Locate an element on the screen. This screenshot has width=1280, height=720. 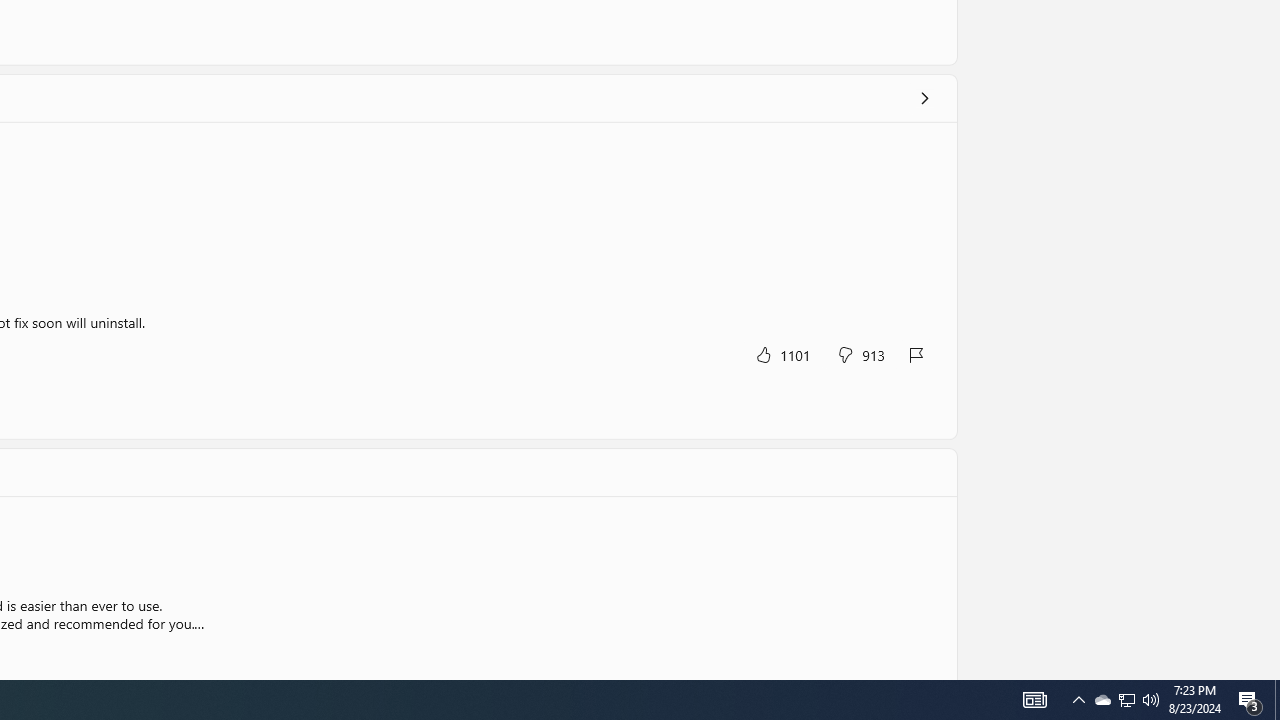
'Report review' is located at coordinates (916, 353).